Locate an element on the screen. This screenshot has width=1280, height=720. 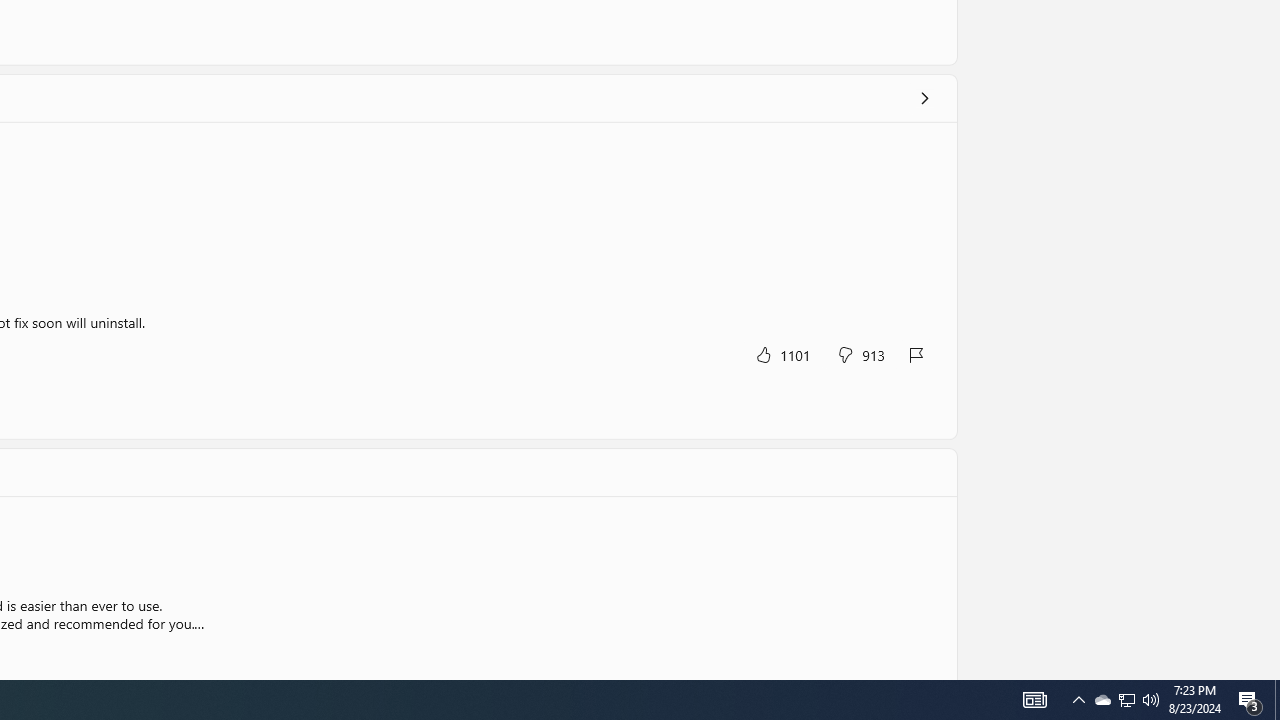
'Report review' is located at coordinates (916, 353).